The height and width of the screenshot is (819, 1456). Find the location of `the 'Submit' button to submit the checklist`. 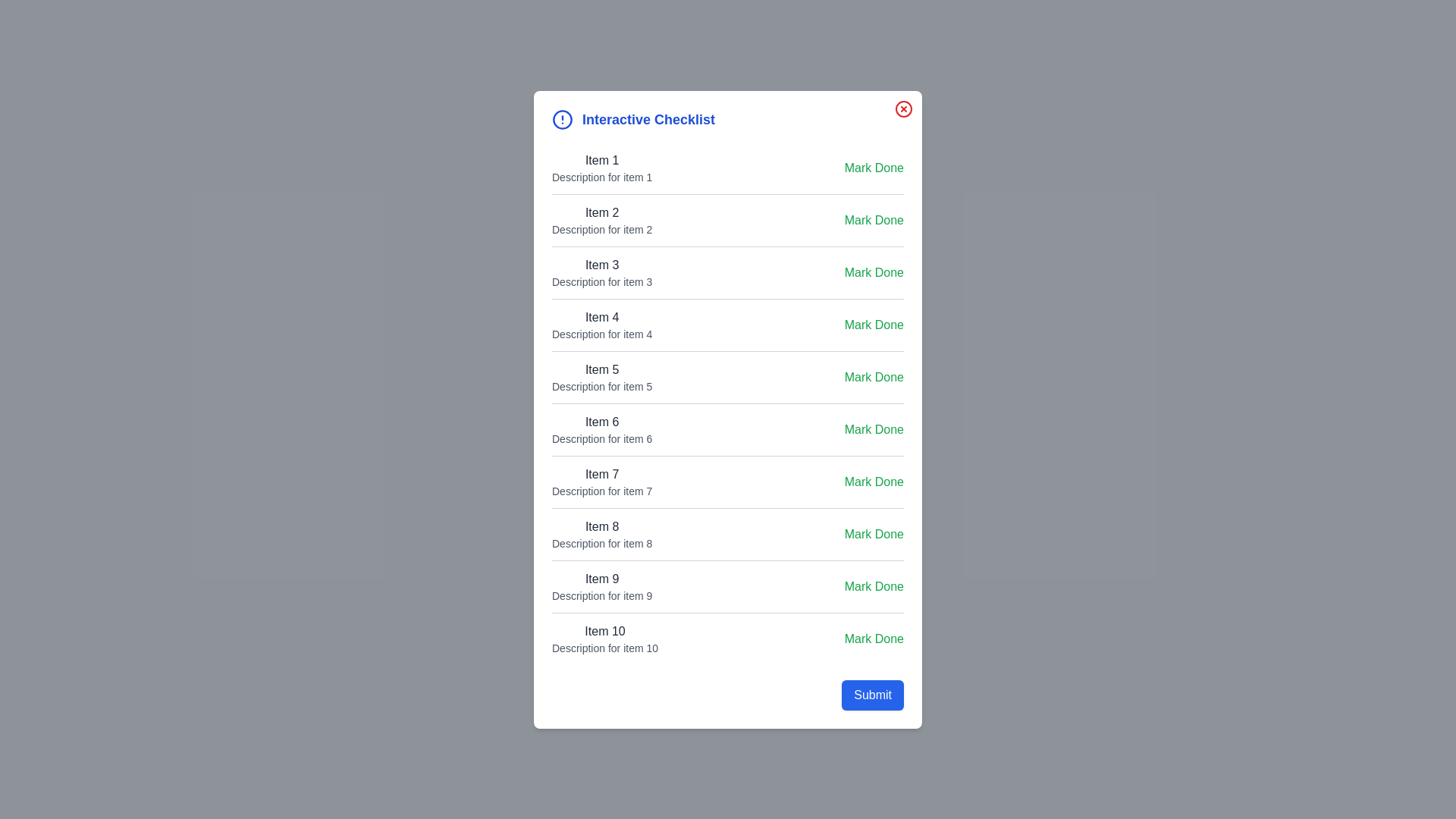

the 'Submit' button to submit the checklist is located at coordinates (873, 694).